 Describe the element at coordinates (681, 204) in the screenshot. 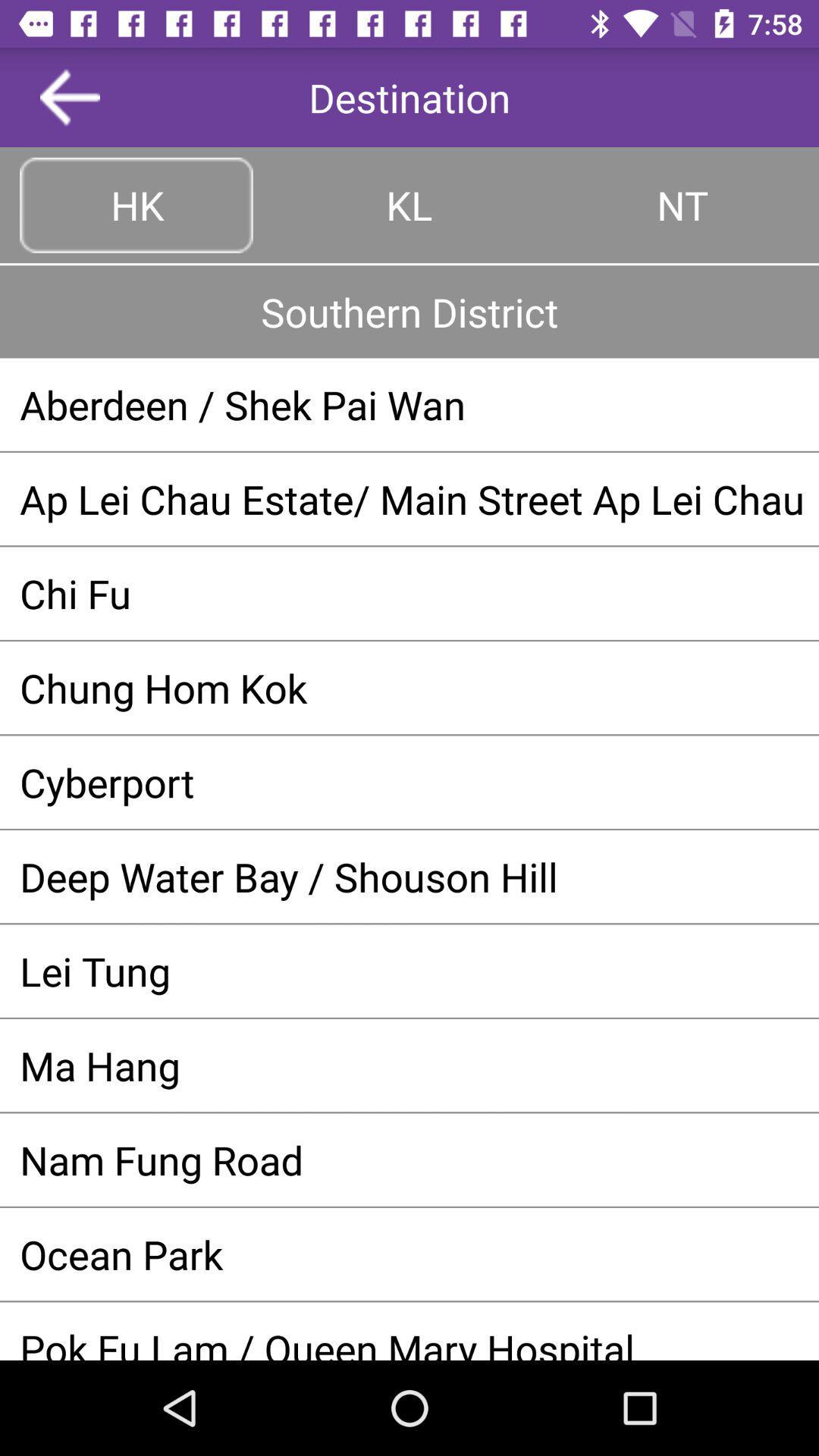

I see `the icon to the right of kl` at that location.